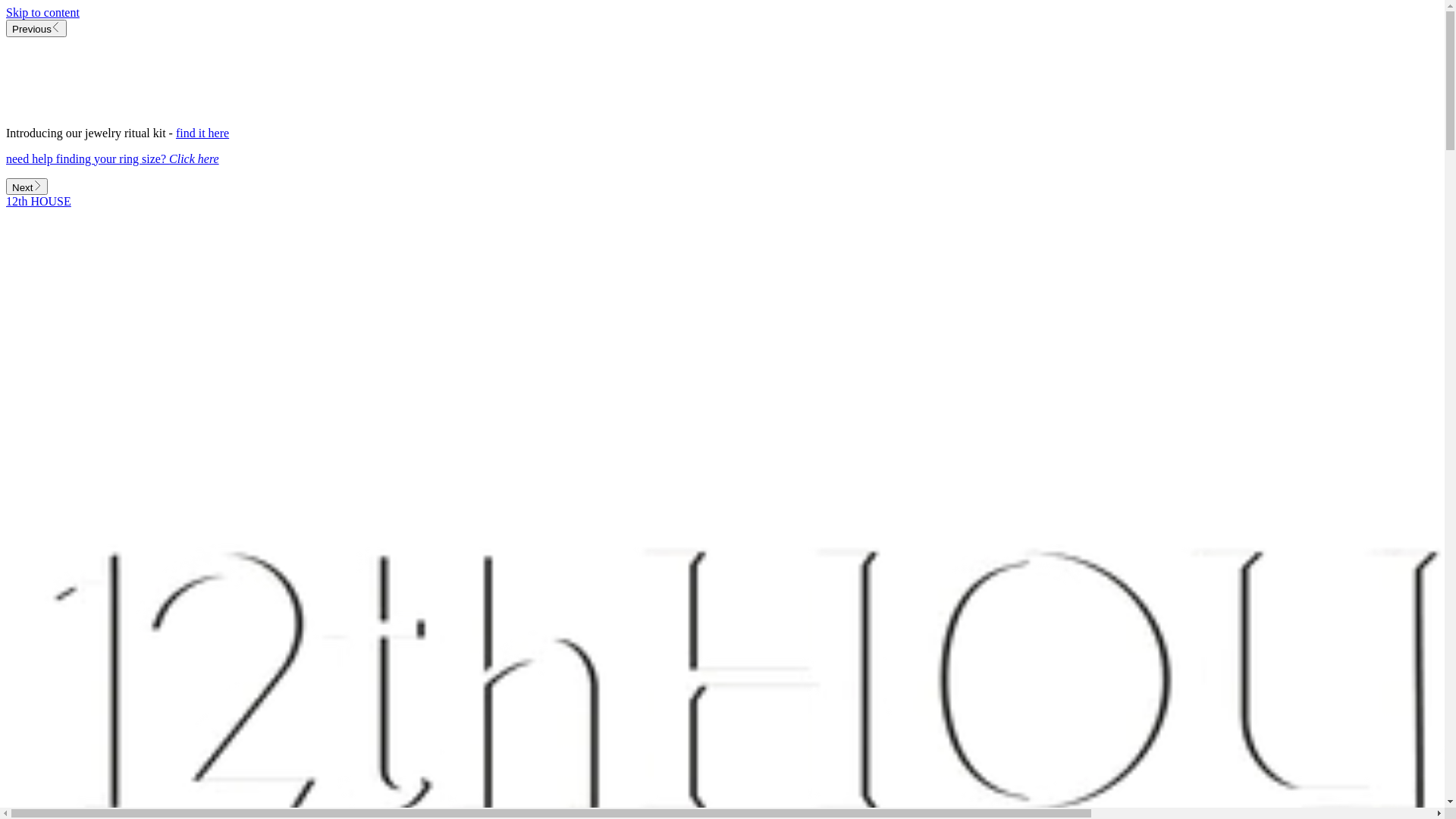  What do you see at coordinates (27, 185) in the screenshot?
I see `'Next'` at bounding box center [27, 185].